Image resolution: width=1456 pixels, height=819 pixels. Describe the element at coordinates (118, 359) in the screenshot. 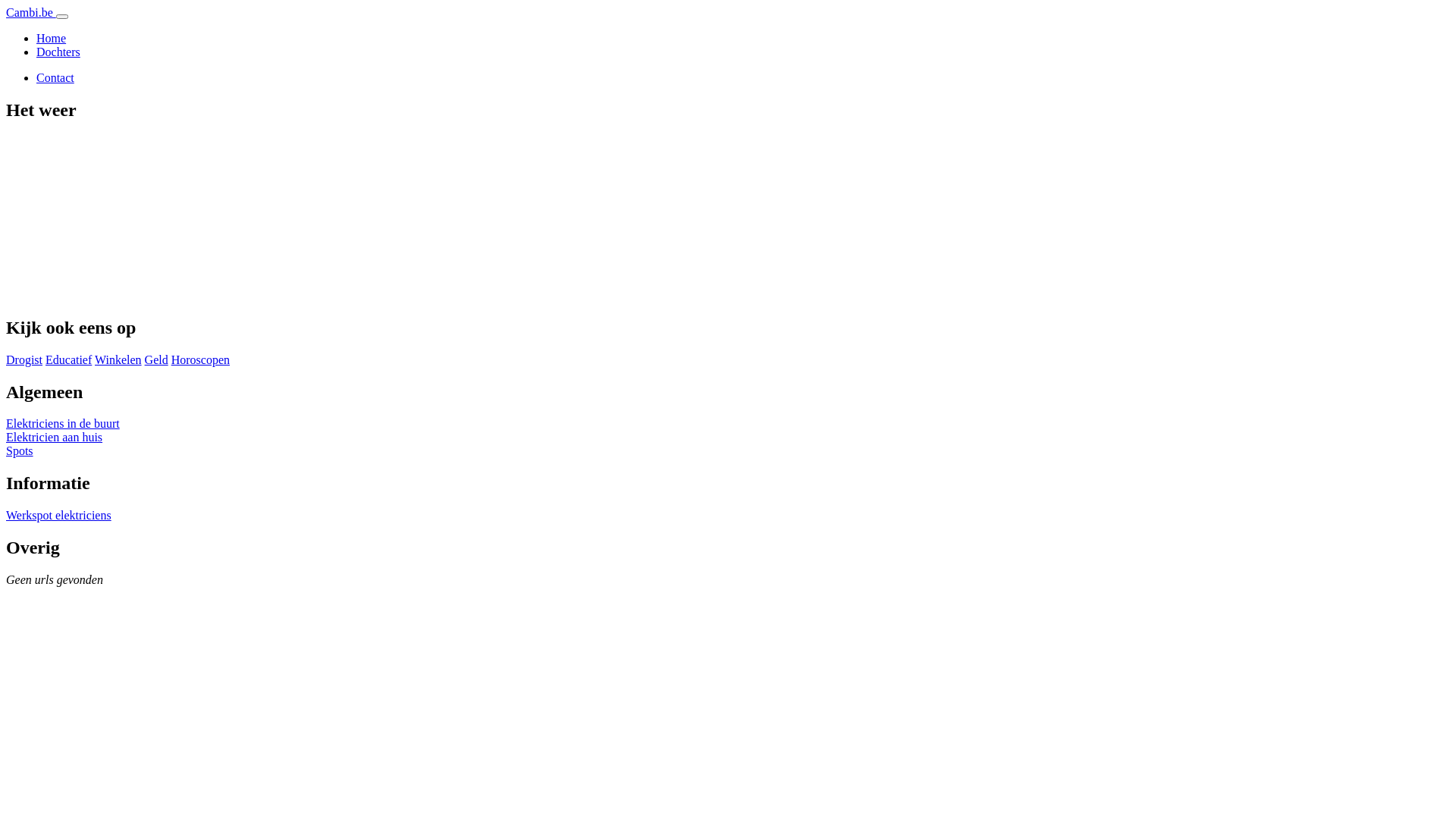

I see `'Winkelen'` at that location.